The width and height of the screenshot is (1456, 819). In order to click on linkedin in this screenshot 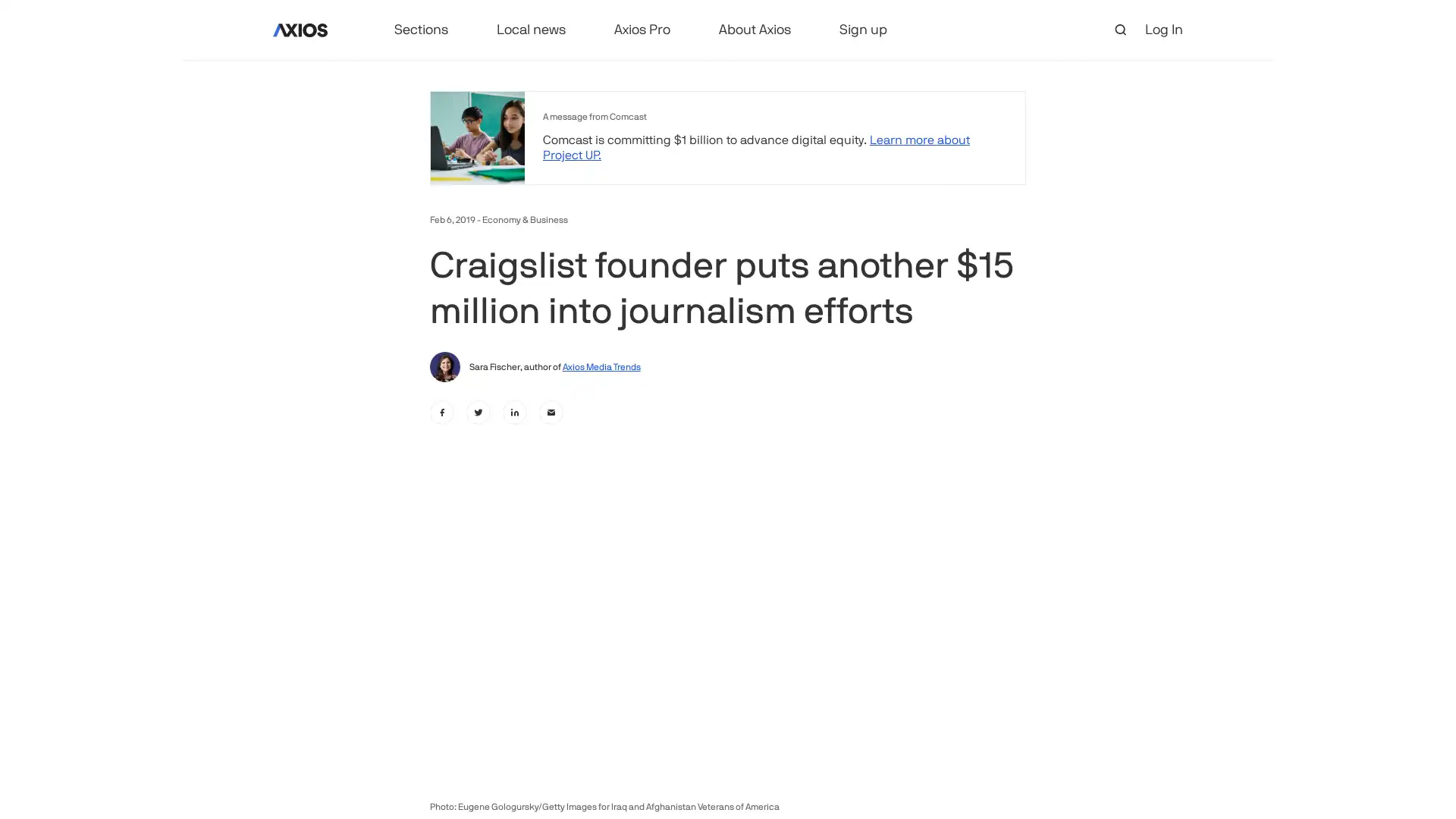, I will do `click(513, 412)`.